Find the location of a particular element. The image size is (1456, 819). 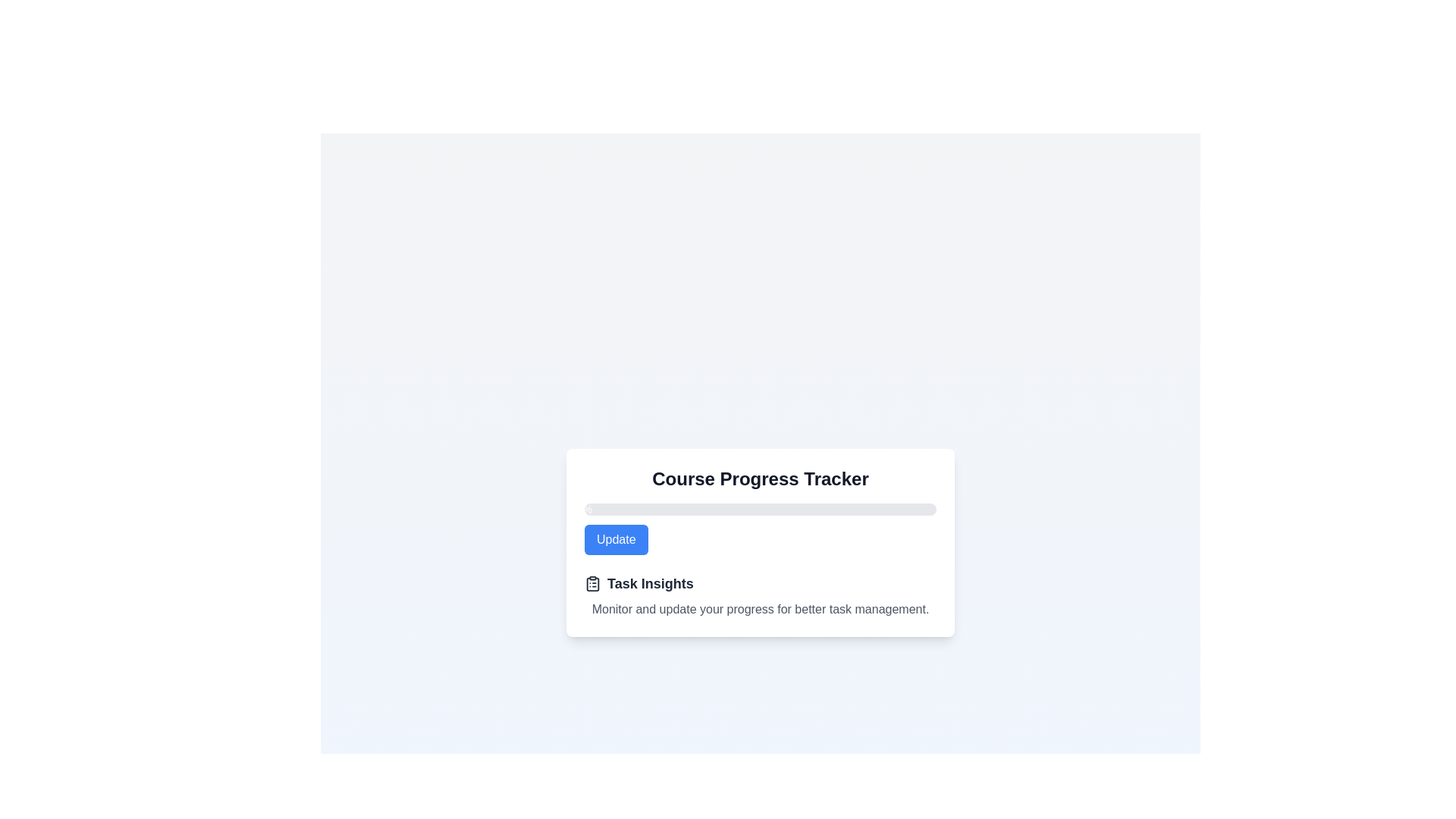

informational section titled 'Task Insights' which provides guidance on monitoring and updating progress for better task management is located at coordinates (761, 595).